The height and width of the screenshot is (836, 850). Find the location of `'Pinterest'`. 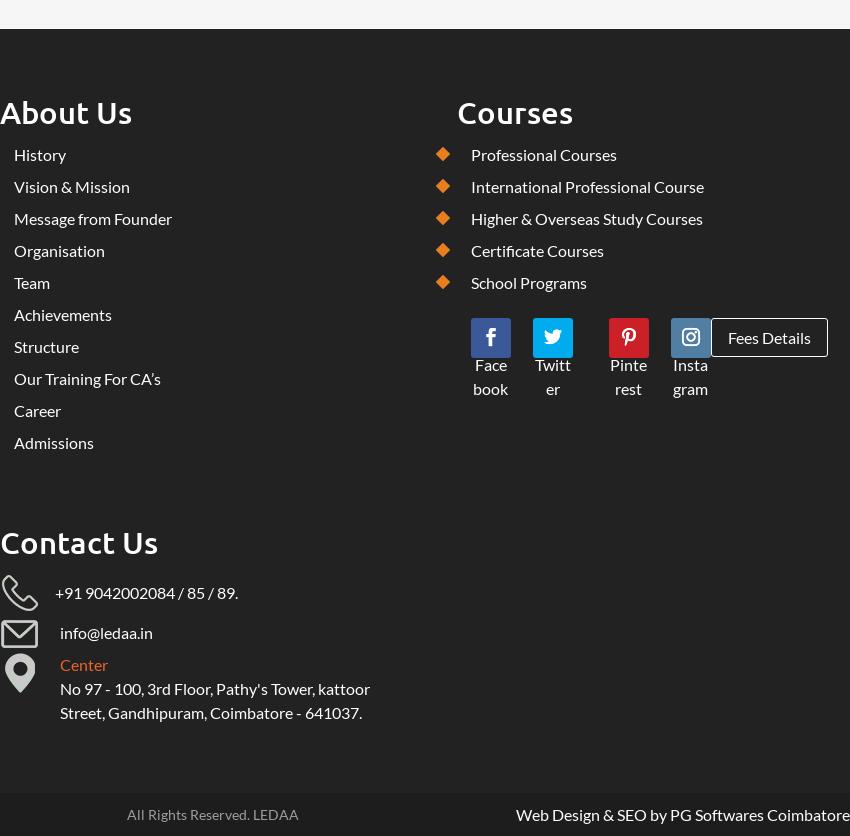

'Pinterest' is located at coordinates (627, 375).